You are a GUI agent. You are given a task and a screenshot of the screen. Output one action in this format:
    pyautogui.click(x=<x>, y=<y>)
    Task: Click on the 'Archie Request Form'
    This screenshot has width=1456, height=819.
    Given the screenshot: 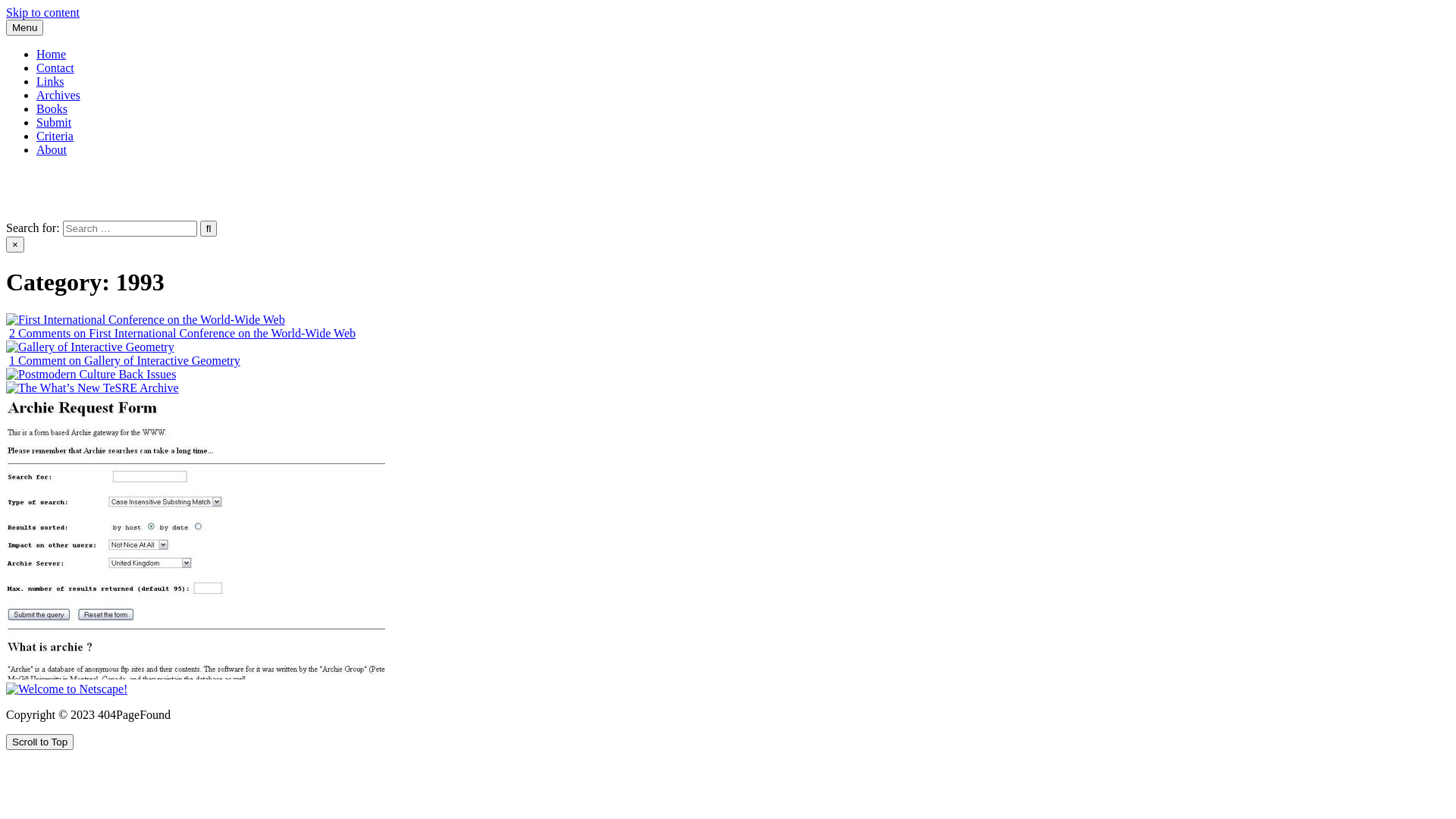 What is the action you would take?
    pyautogui.click(x=195, y=536)
    